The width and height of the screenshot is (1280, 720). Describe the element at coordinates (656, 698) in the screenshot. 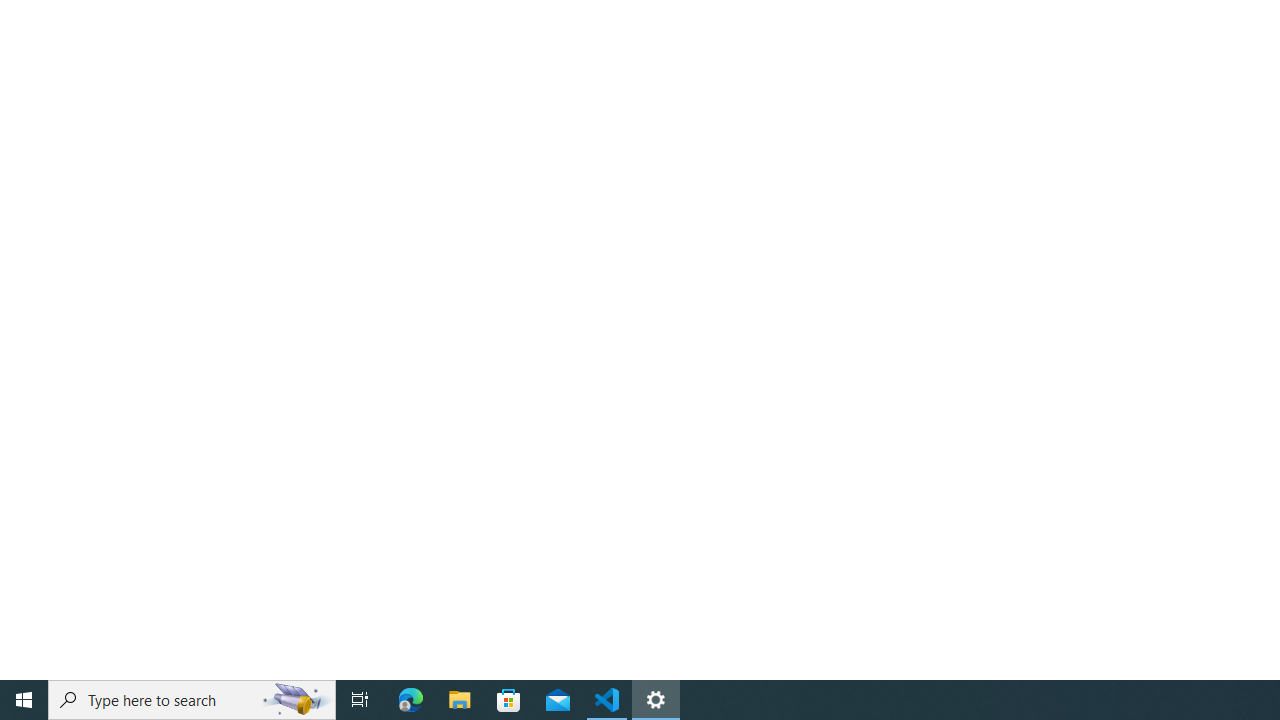

I see `'Settings - 1 running window'` at that location.